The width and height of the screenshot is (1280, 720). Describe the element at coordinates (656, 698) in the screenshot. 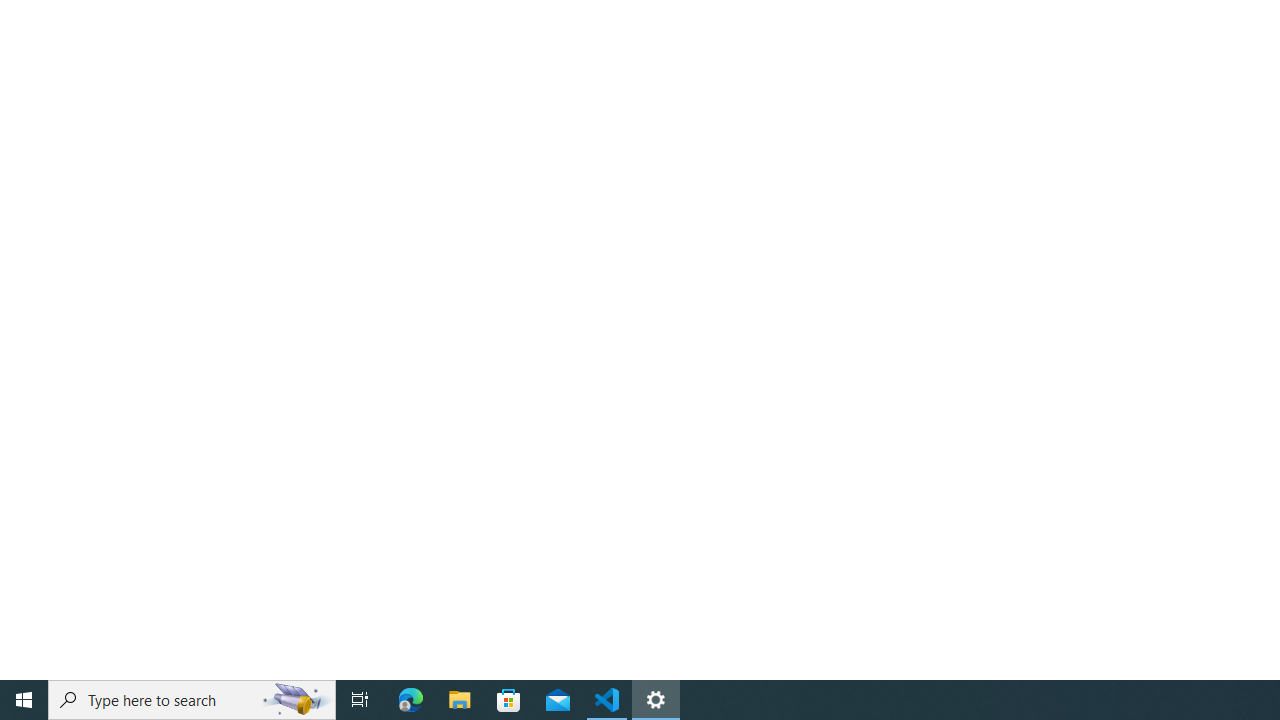

I see `'Settings - 1 running window'` at that location.